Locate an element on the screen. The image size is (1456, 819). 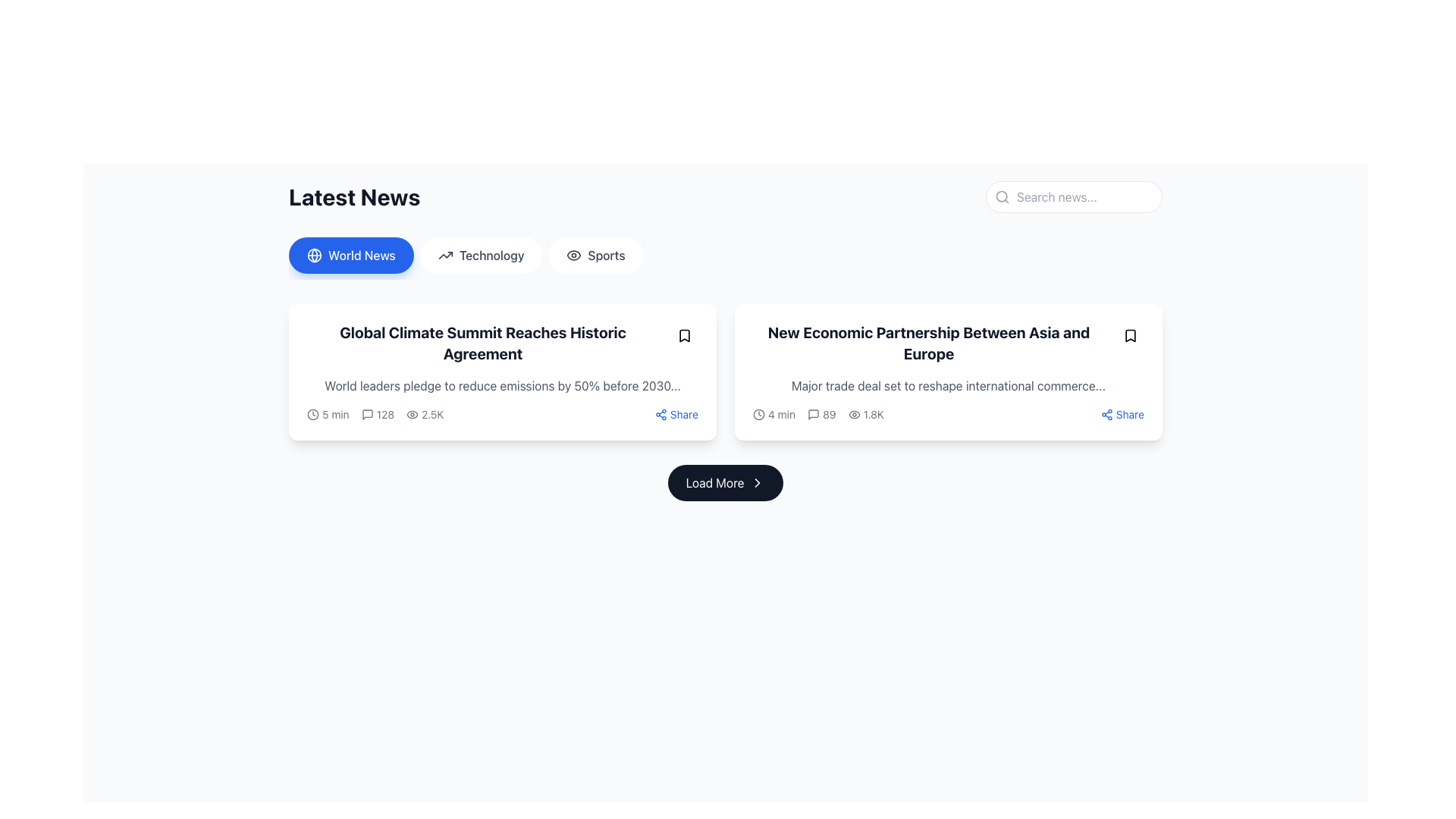
the visibility statistics icon located to the left of the '2.5K' text, indicating the number of views for an item is located at coordinates (413, 415).